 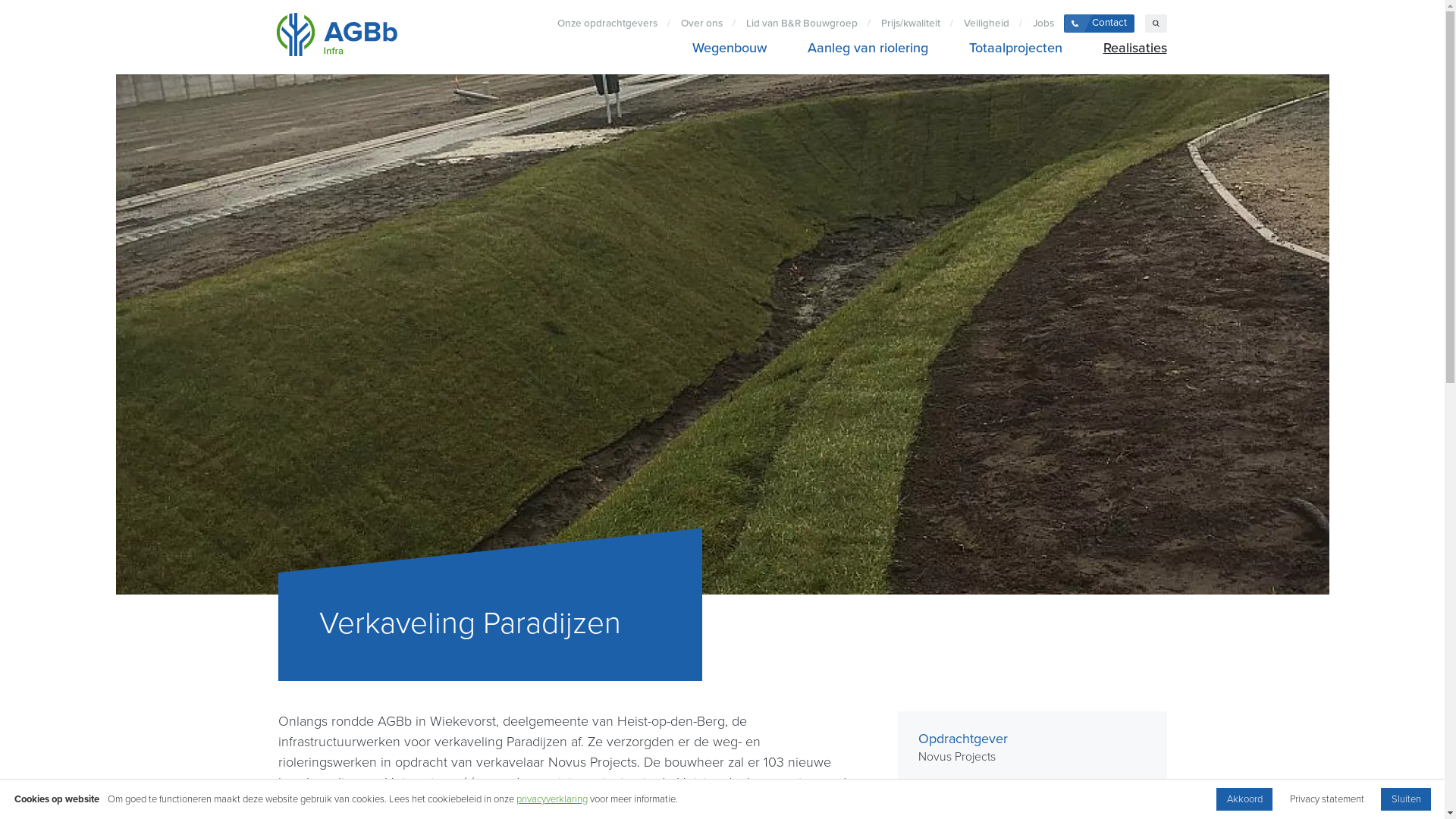 I want to click on 'Aanleg van riolering', so click(x=867, y=47).